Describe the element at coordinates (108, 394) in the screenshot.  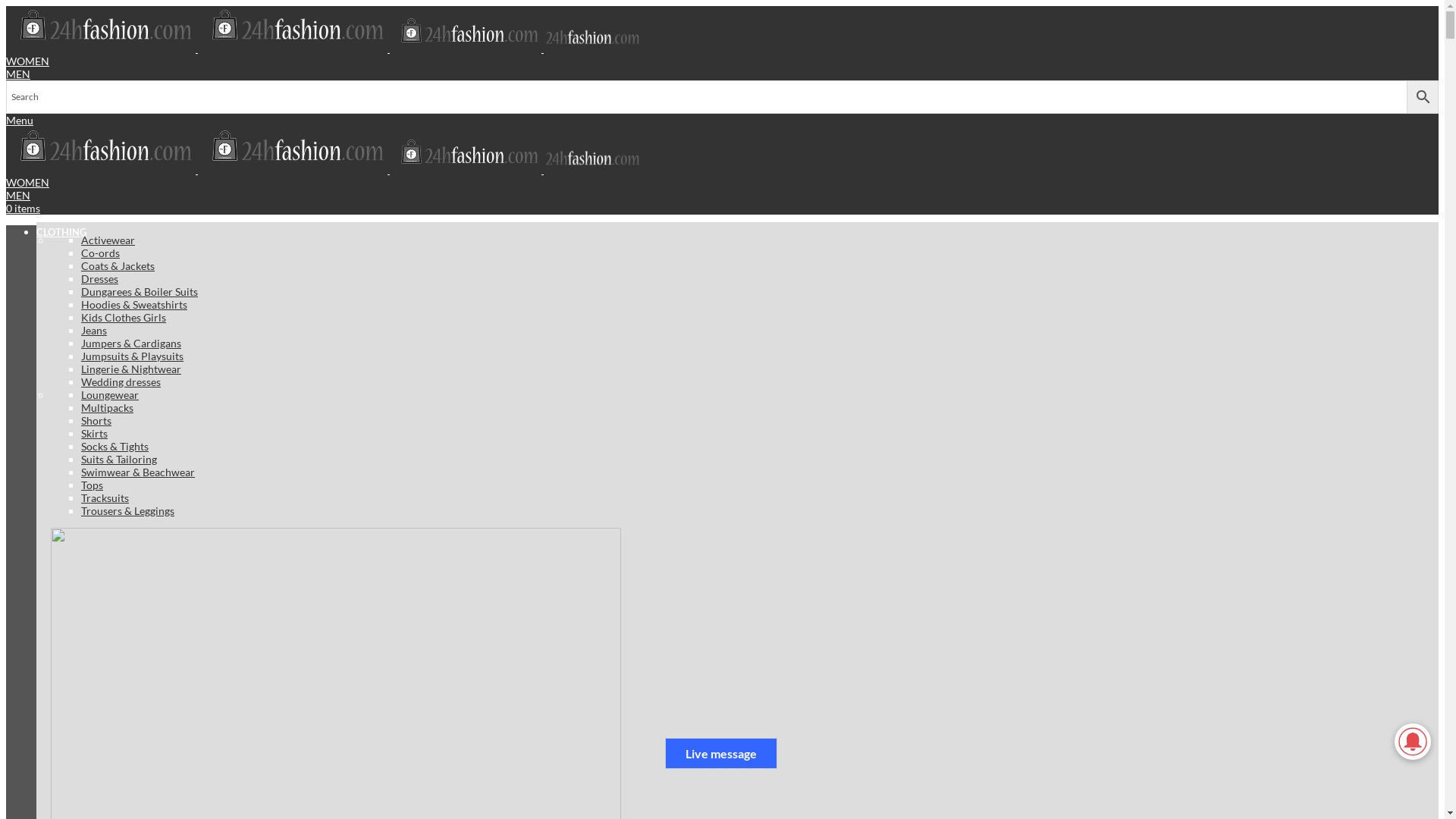
I see `'Loungewear'` at that location.